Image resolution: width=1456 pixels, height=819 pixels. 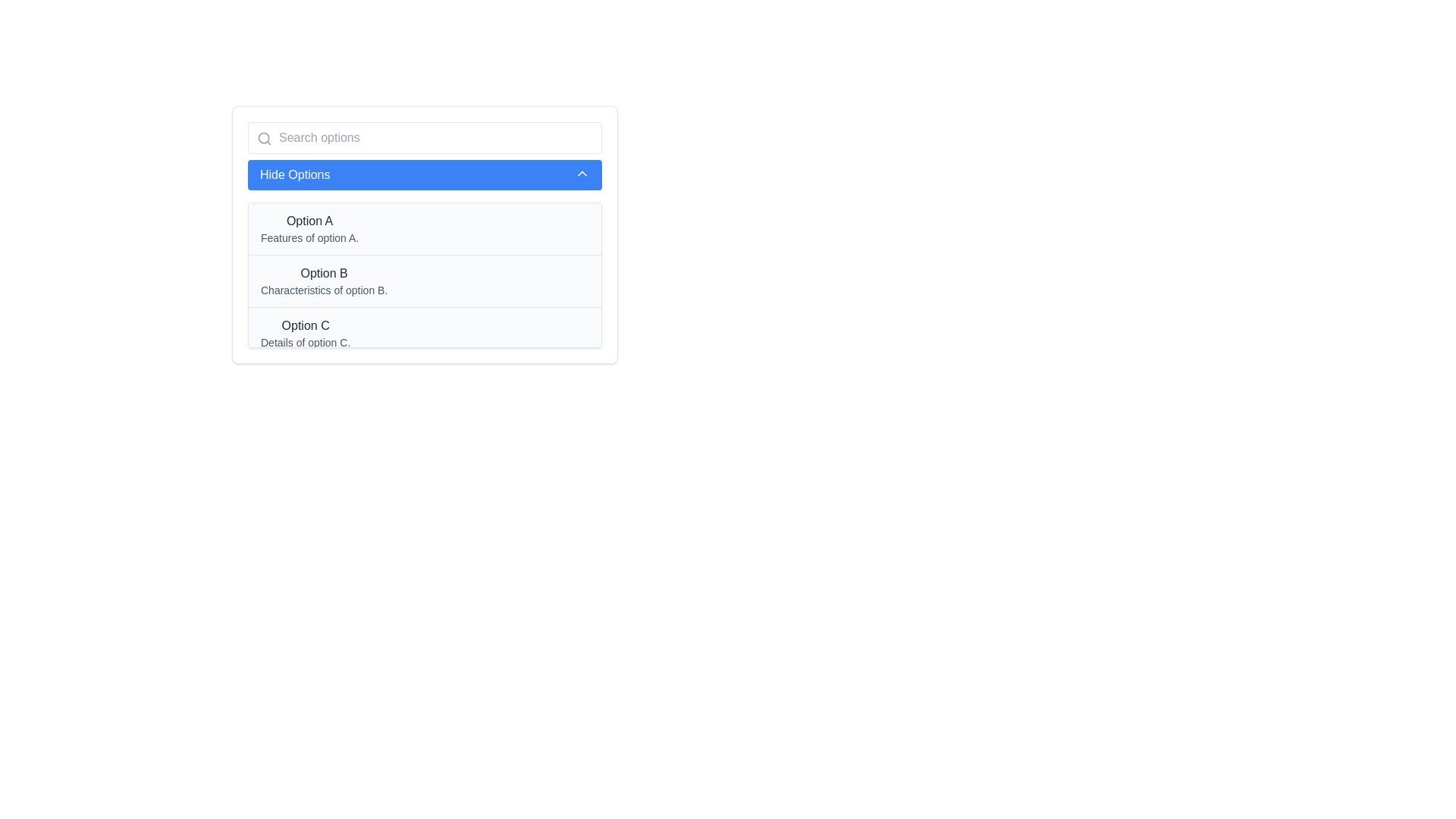 What do you see at coordinates (582, 172) in the screenshot?
I see `the upward-pointing chevron icon, which is located at the right end of the blue 'Hide Options' button in the second row of the interface to interact with the button functionality` at bounding box center [582, 172].